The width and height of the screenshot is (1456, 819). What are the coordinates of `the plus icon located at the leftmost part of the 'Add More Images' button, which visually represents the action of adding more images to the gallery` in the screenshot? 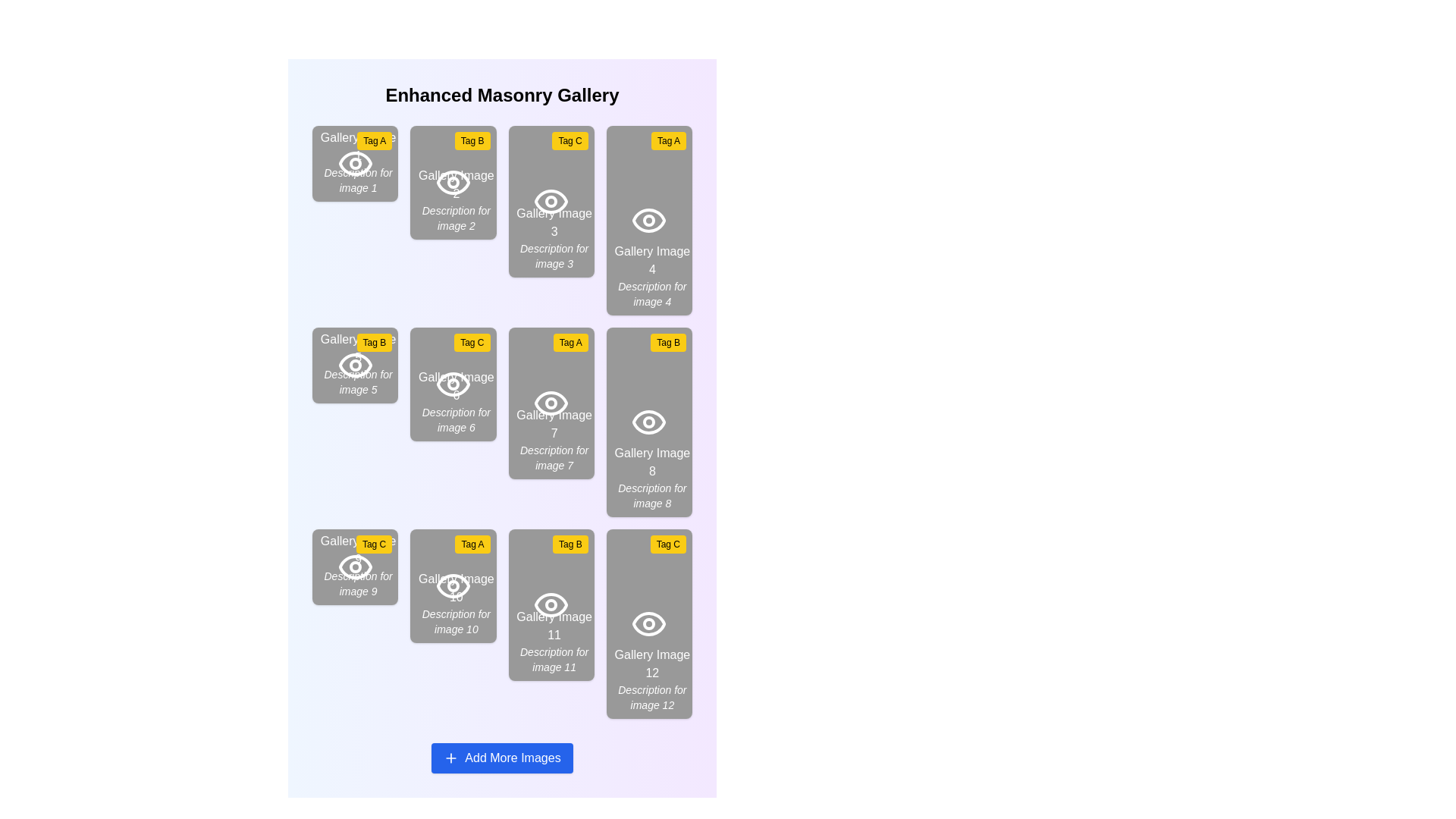 It's located at (450, 758).